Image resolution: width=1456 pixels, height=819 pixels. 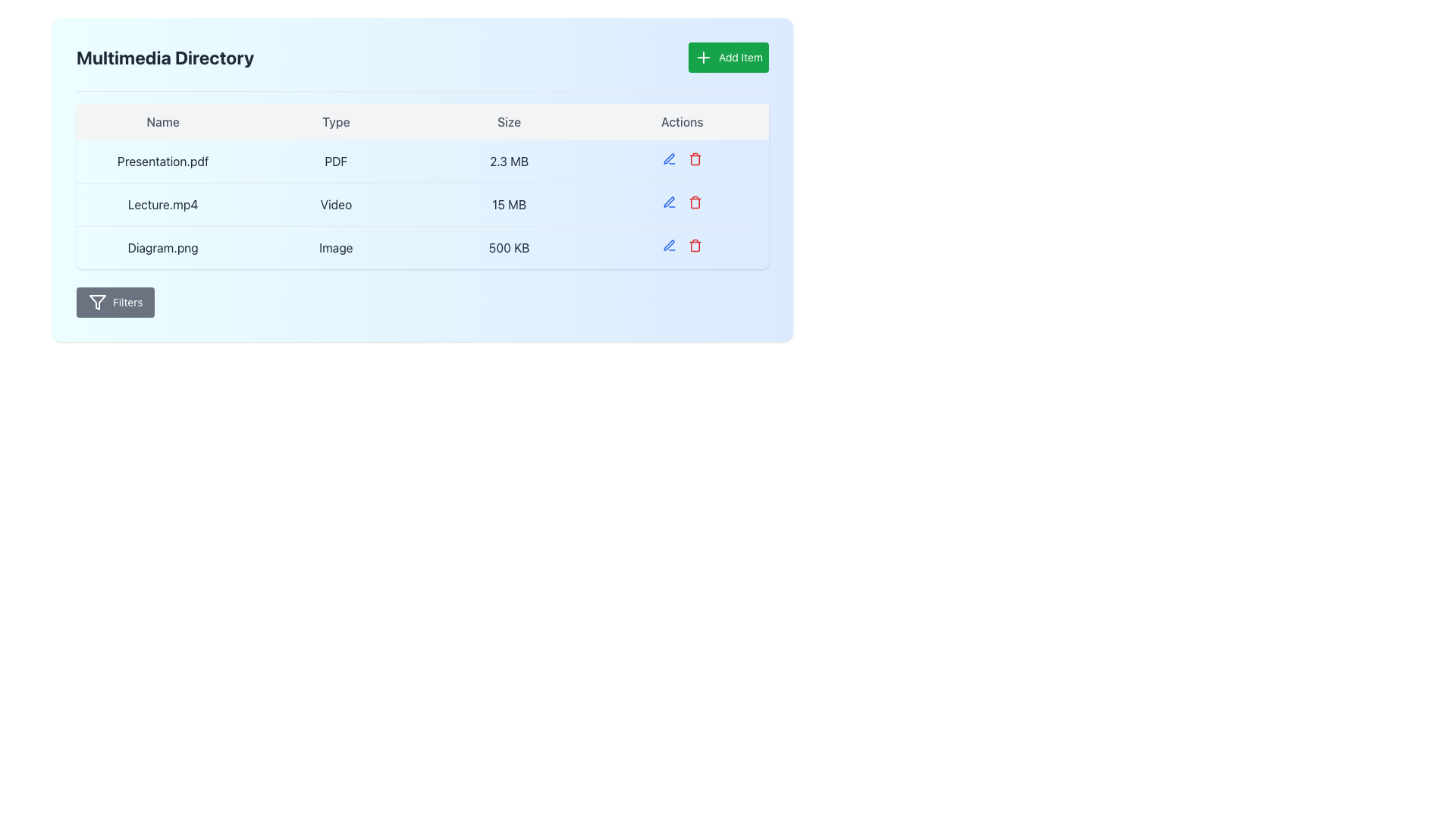 What do you see at coordinates (335, 162) in the screenshot?
I see `the Text label indicating the type of the file in the second column of the first row, which indicates a PDF document` at bounding box center [335, 162].